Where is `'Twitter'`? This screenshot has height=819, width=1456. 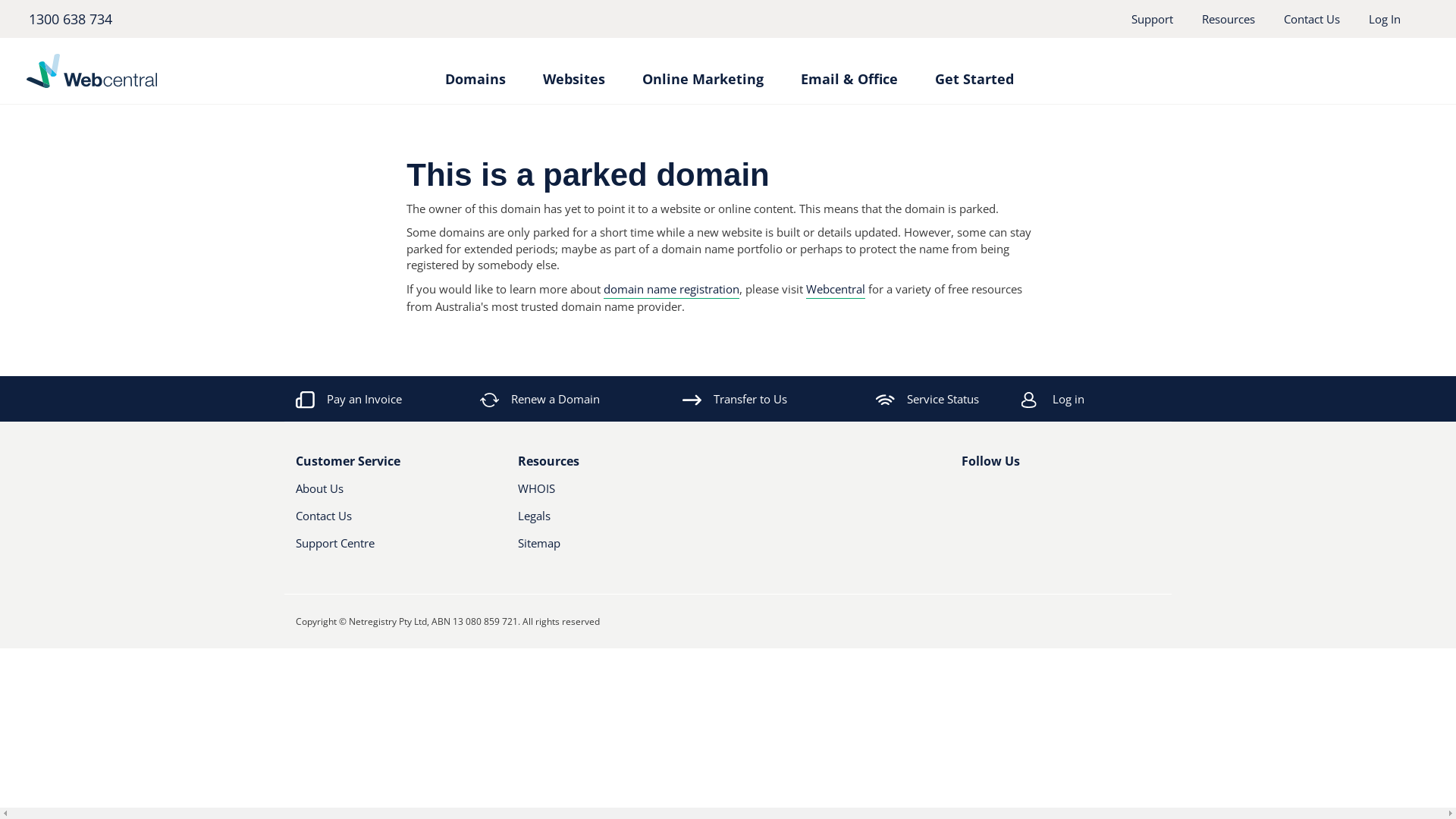
'Twitter' is located at coordinates (993, 494).